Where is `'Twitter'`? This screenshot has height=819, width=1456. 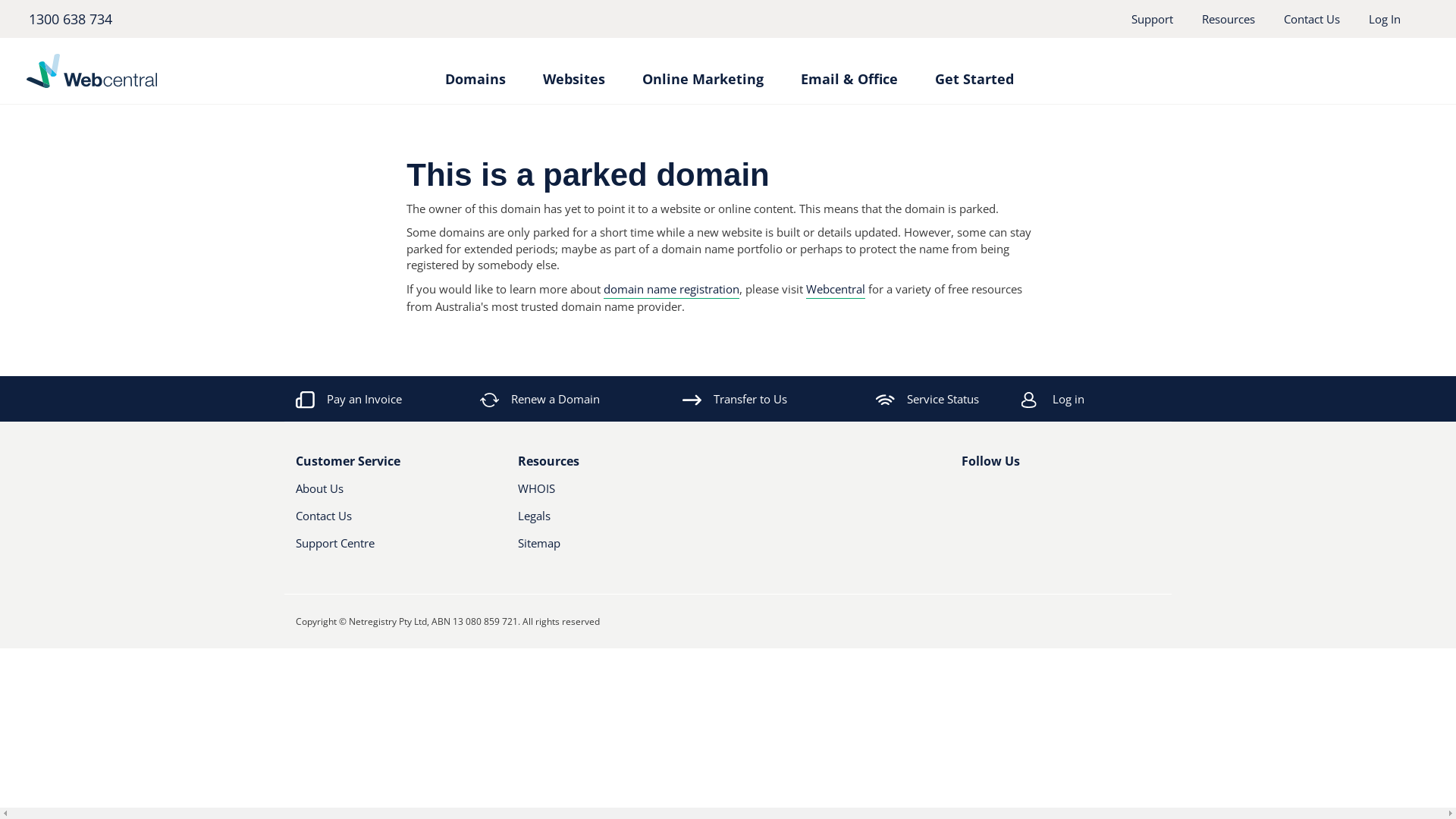
'Twitter' is located at coordinates (993, 494).